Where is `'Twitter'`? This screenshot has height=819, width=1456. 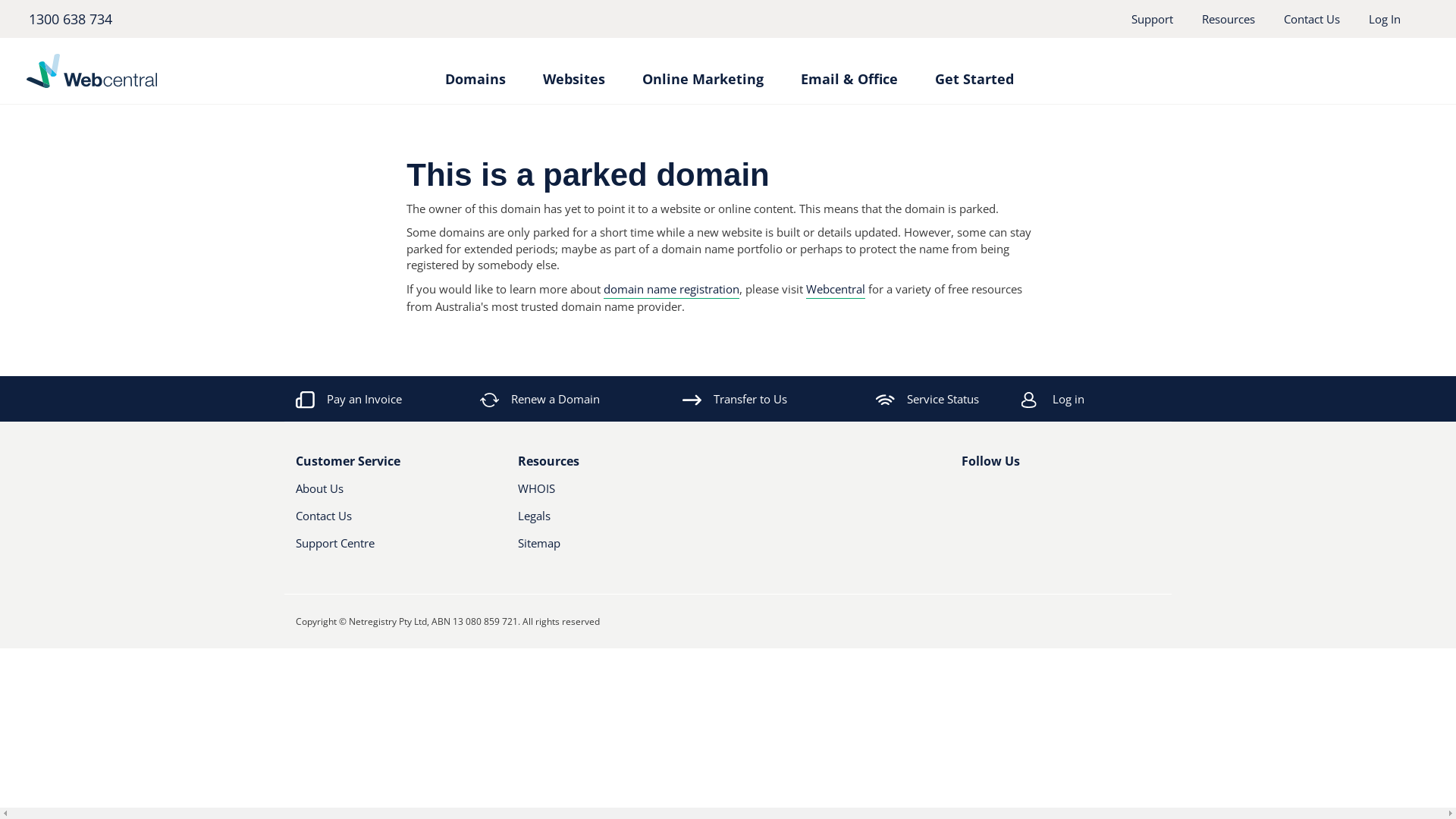
'Twitter' is located at coordinates (993, 494).